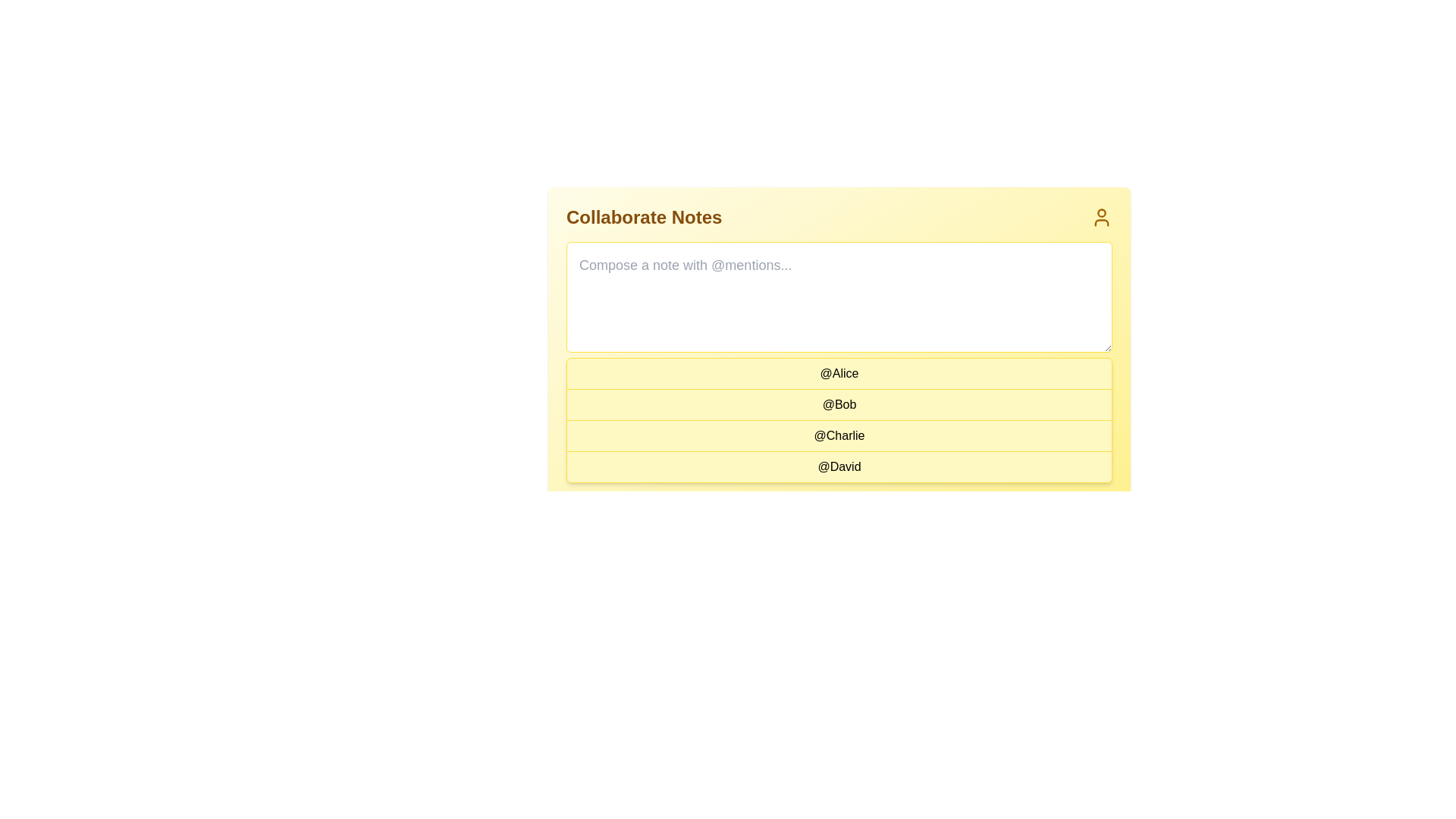 The height and width of the screenshot is (819, 1456). I want to click on the clickable list item labeled '@Charlie', which is styled with black text on a light yellow background, so click(839, 435).